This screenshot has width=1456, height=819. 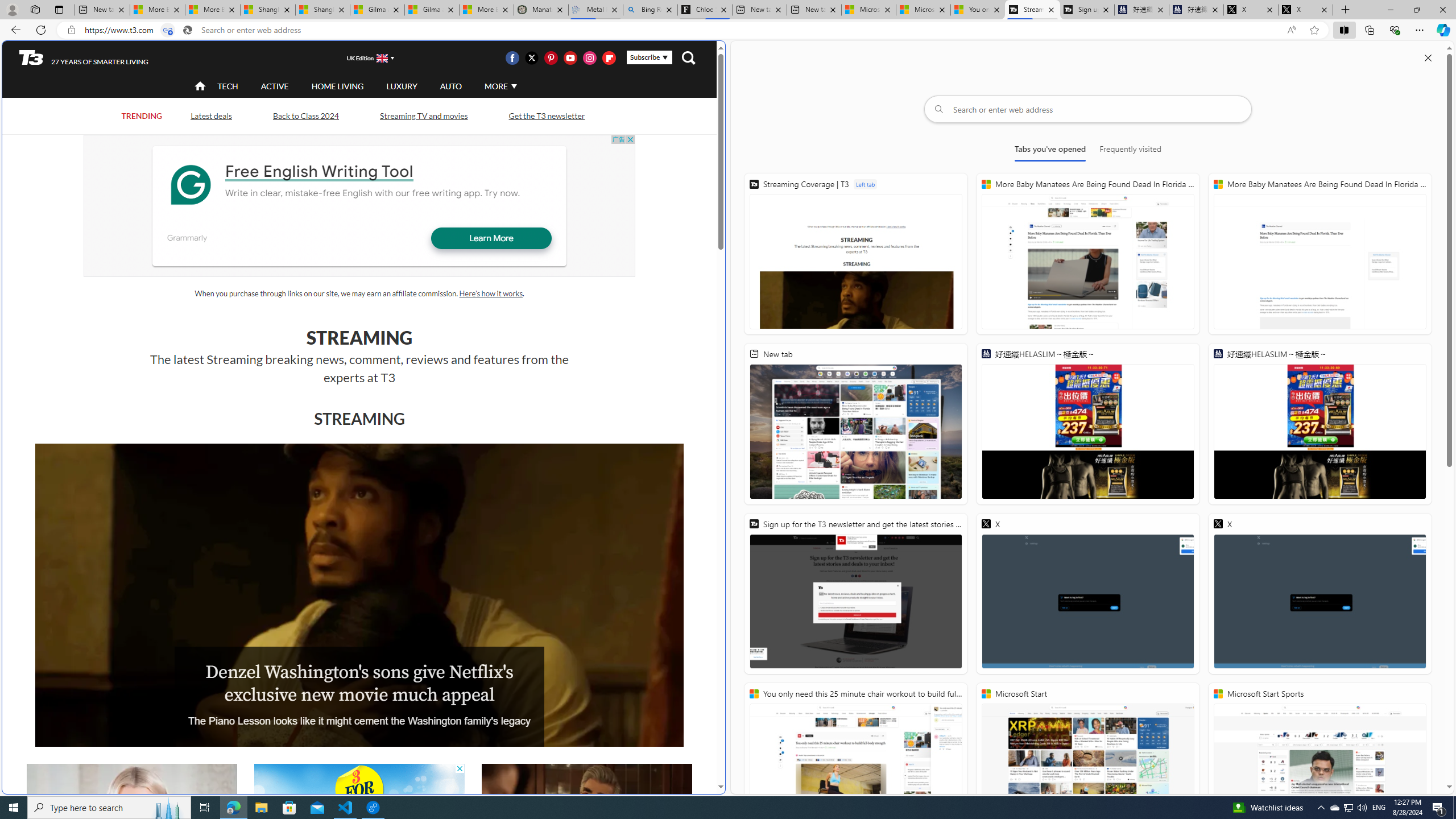 What do you see at coordinates (450, 85) in the screenshot?
I see `'AUTO'` at bounding box center [450, 85].